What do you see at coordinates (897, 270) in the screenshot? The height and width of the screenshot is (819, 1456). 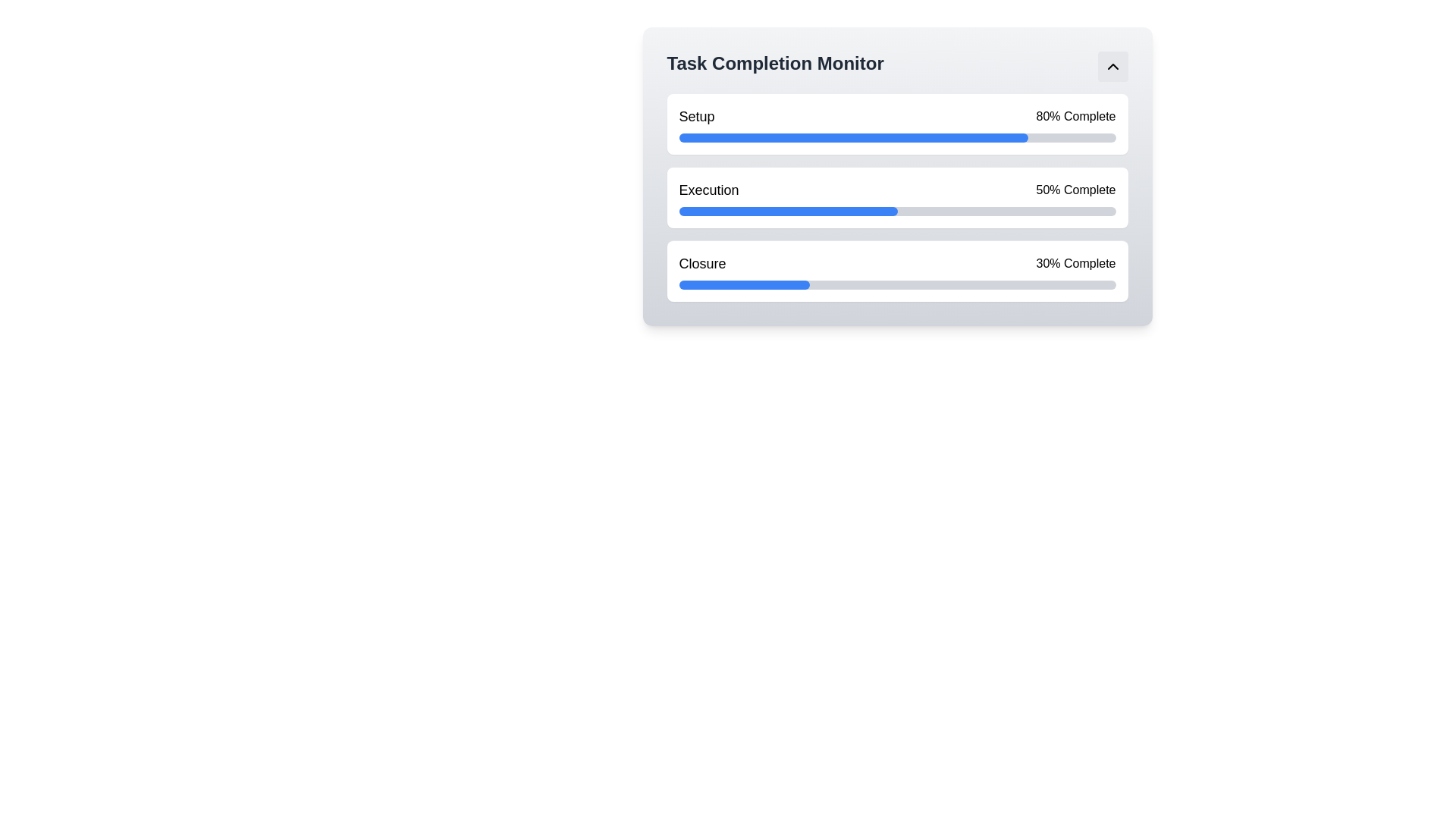 I see `the Progress indicator titled 'Closure', which displays '30% Complete' and has a blue progress bar beneath it` at bounding box center [897, 270].